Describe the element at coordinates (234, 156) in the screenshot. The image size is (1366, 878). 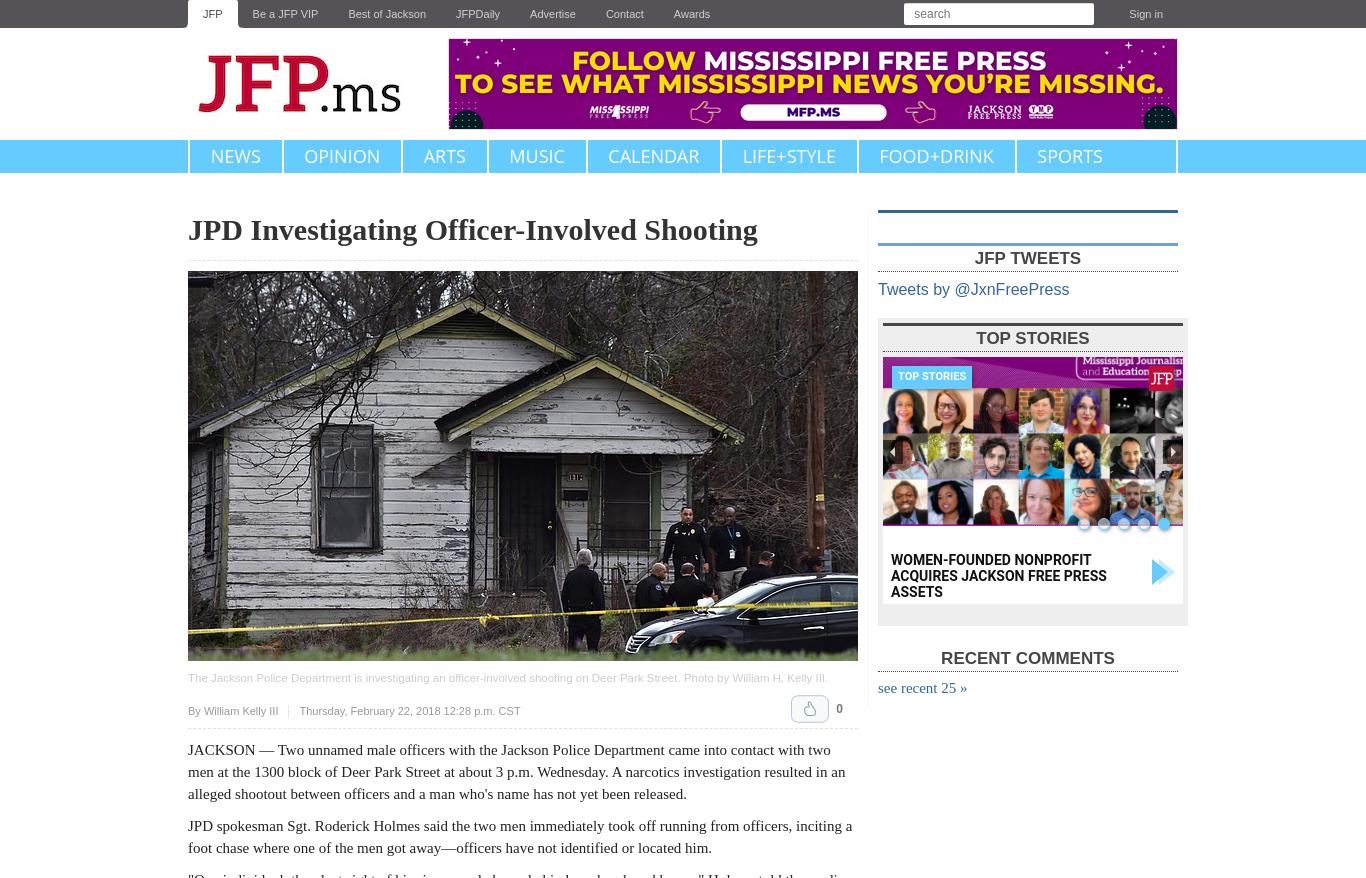
I see `'News'` at that location.